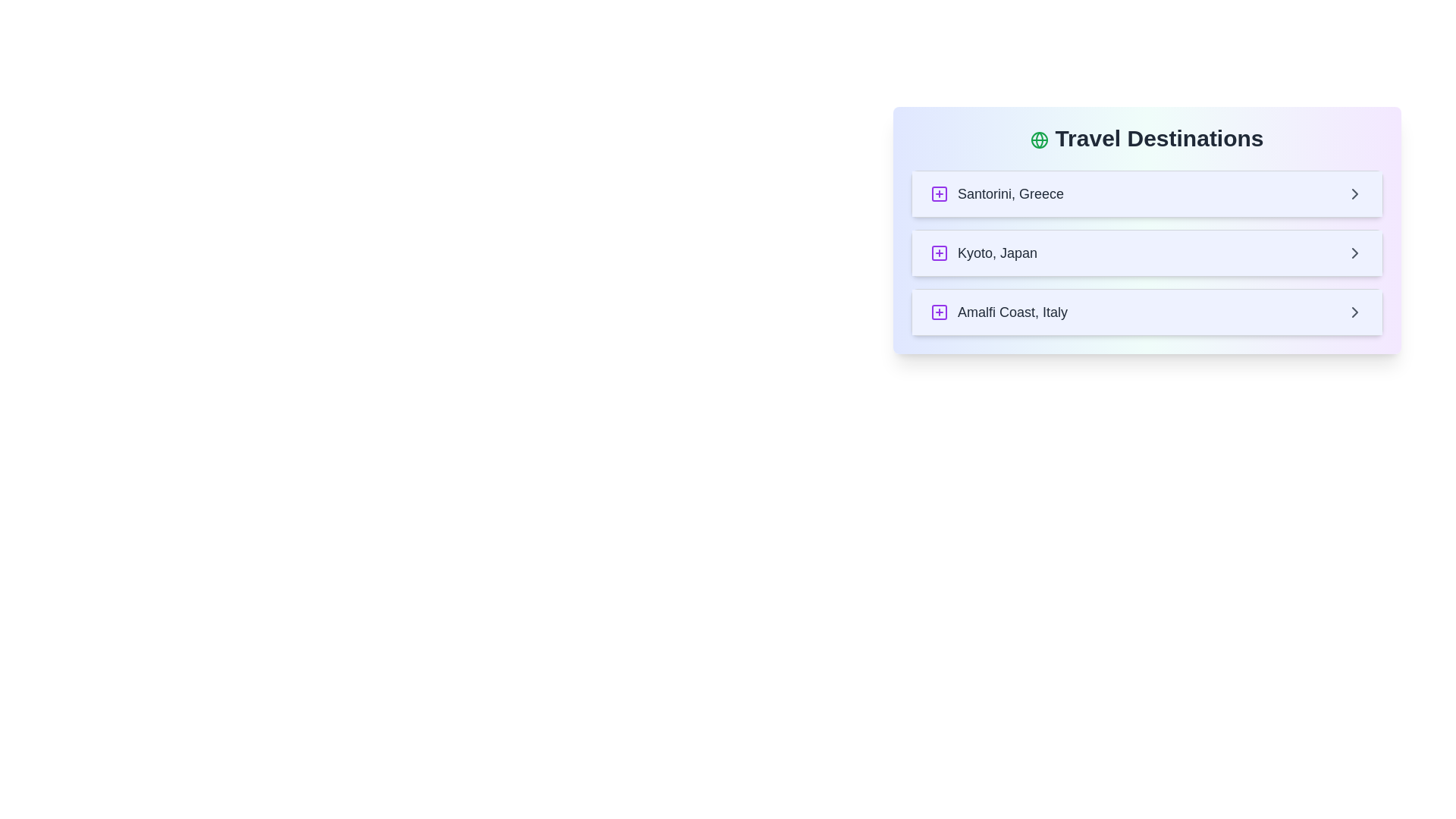 The width and height of the screenshot is (1456, 819). What do you see at coordinates (938, 193) in the screenshot?
I see `the outlined square button with a centered plus sign, located to the left of the text 'Santorini, Greece' in the 'Travel Destinations' list` at bounding box center [938, 193].